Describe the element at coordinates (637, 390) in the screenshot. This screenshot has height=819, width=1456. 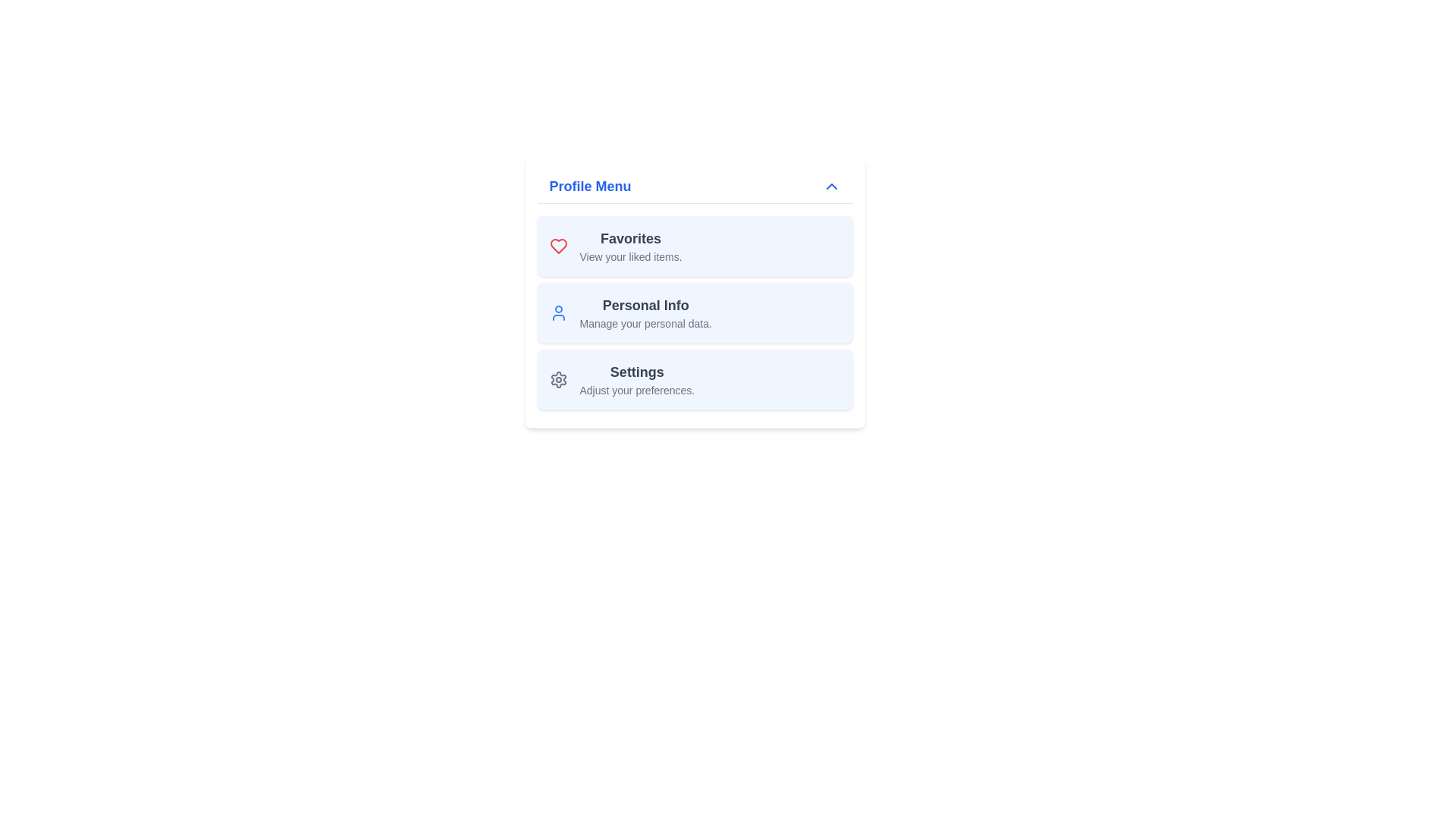
I see `text label that contains the content 'Adjust your preferences.' located below the 'Settings' title` at that location.